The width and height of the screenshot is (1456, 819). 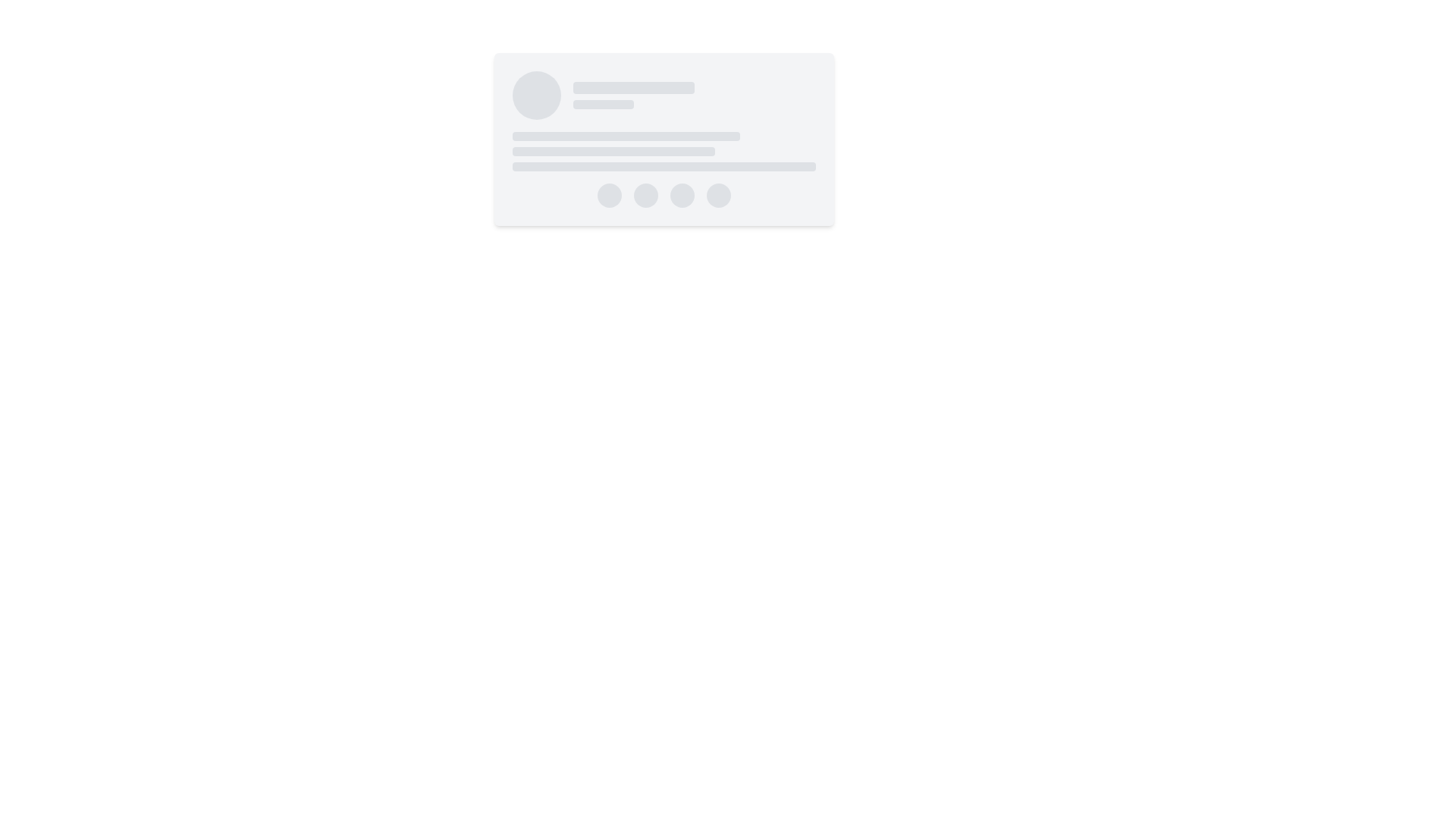 I want to click on the second loading bar or skeleton placeholder, which is a light gray horizontal bar with a rounded rectangle shape, positioned between two other similar horizontal bars, so click(x=613, y=152).